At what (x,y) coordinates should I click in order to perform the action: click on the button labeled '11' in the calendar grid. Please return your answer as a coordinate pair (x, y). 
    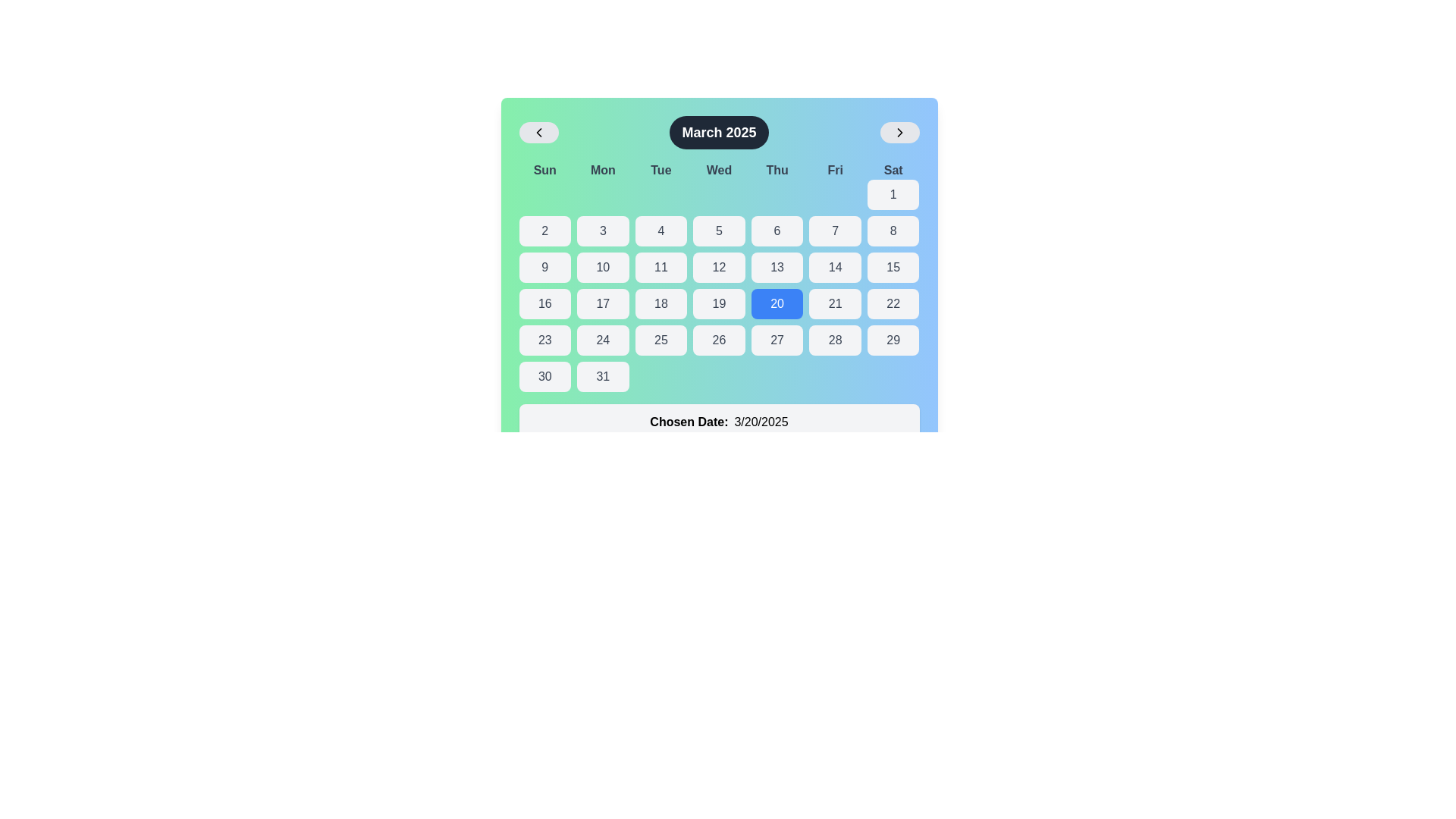
    Looking at the image, I should click on (661, 267).